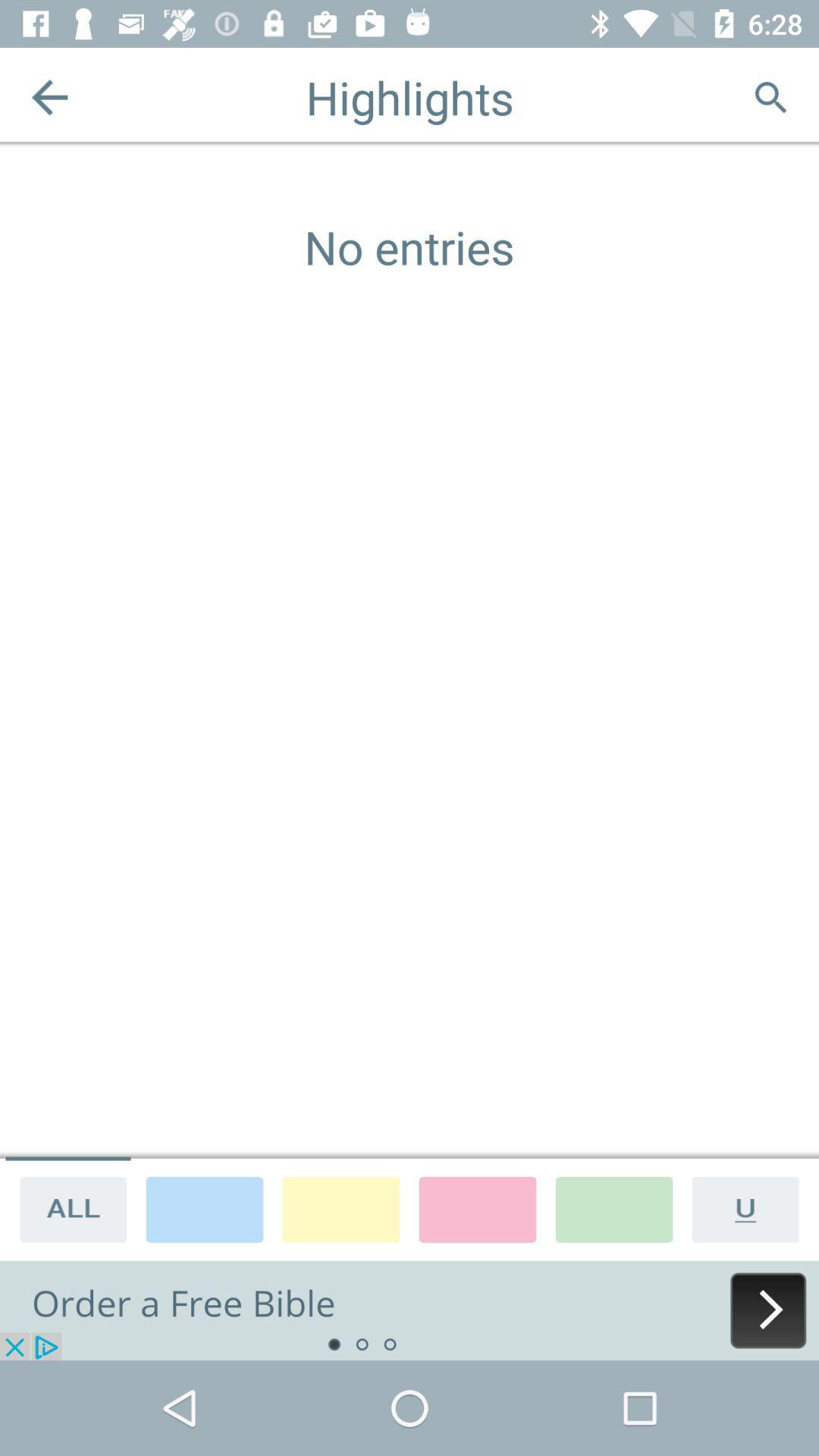 The image size is (819, 1456). Describe the element at coordinates (341, 1208) in the screenshot. I see `choose color` at that location.